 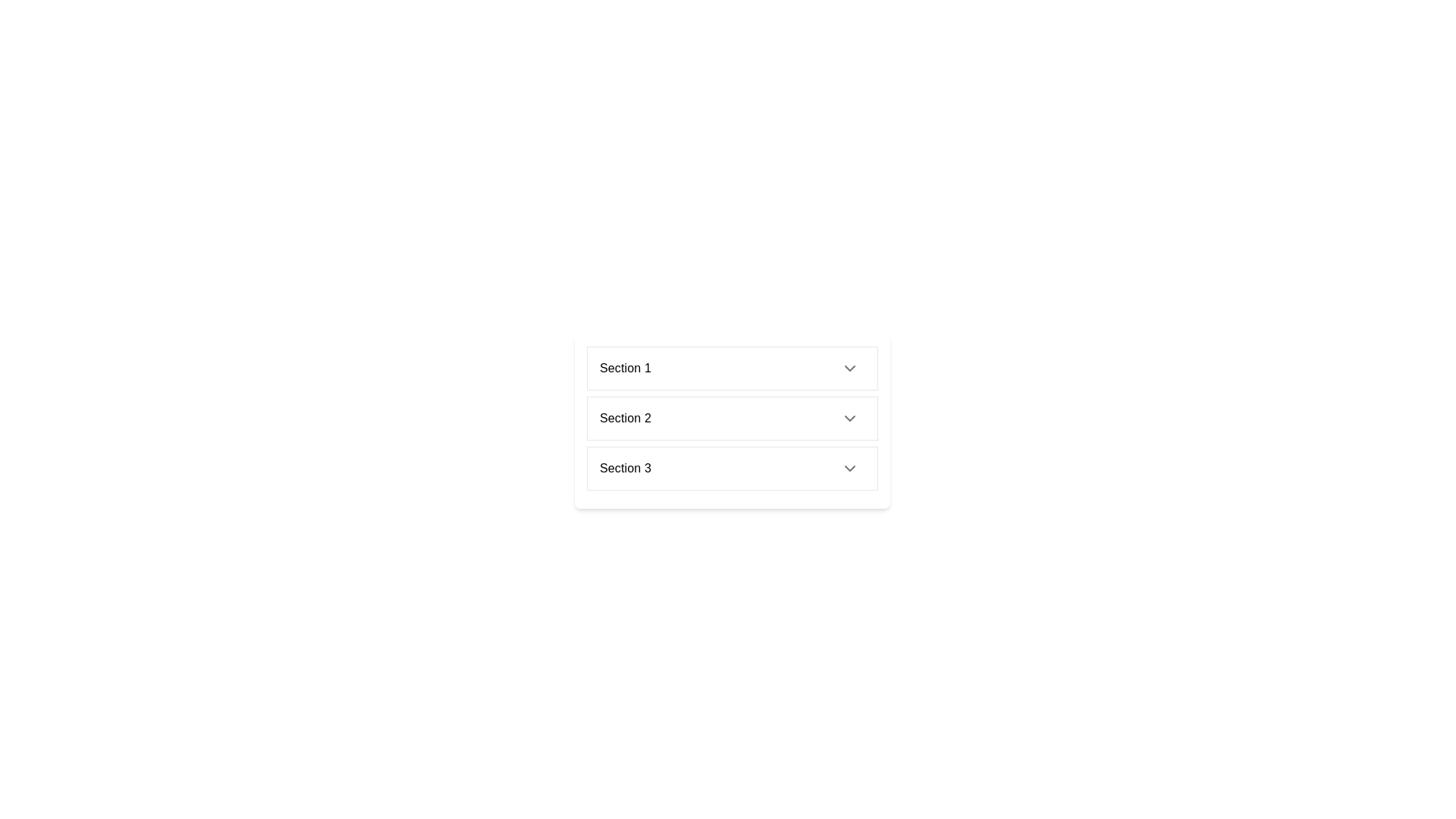 I want to click on the downwards chevron icon located to the right of the 'Section 1' label, so click(x=850, y=369).